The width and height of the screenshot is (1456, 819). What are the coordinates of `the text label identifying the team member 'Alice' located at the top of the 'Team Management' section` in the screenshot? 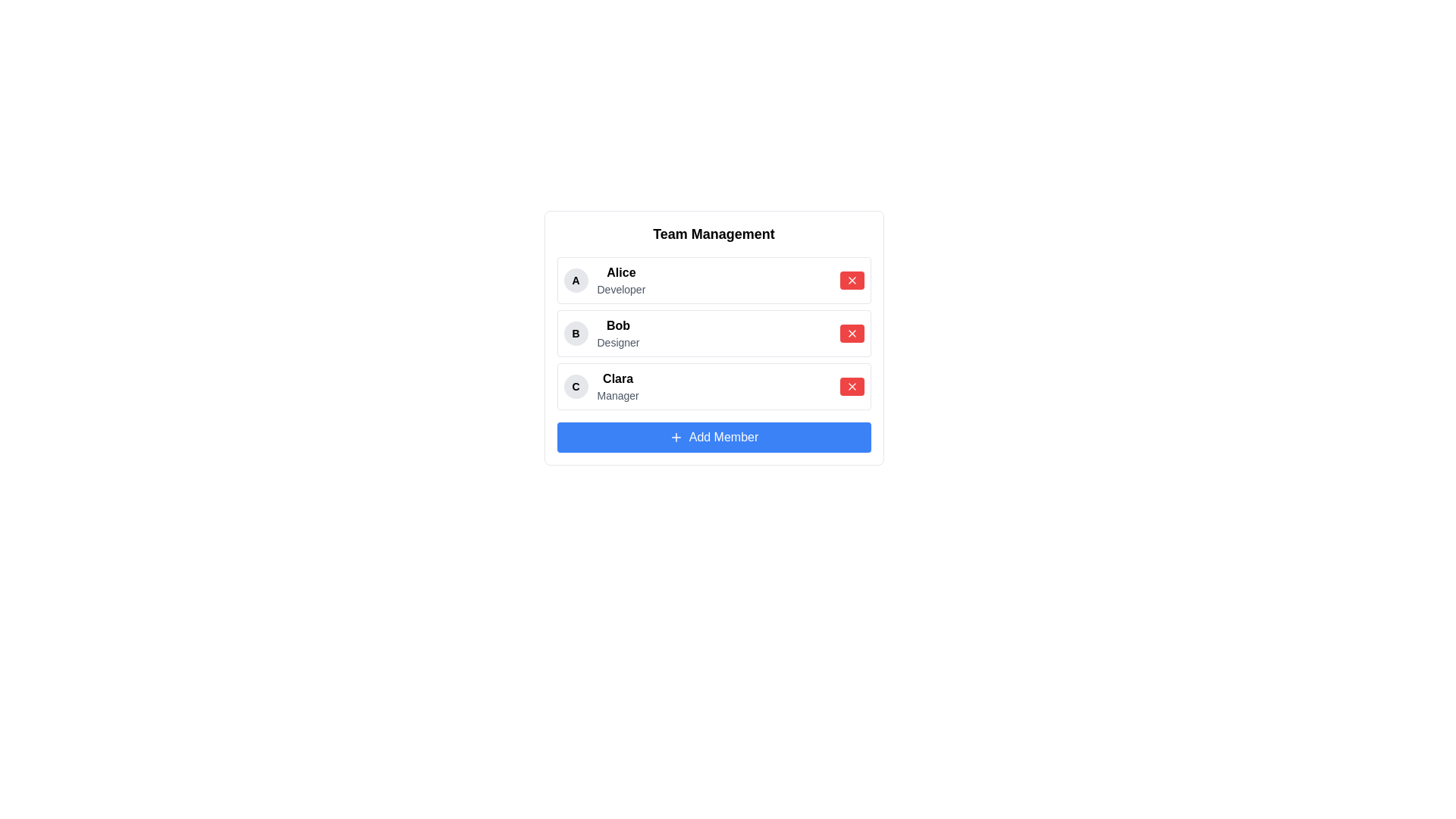 It's located at (621, 271).